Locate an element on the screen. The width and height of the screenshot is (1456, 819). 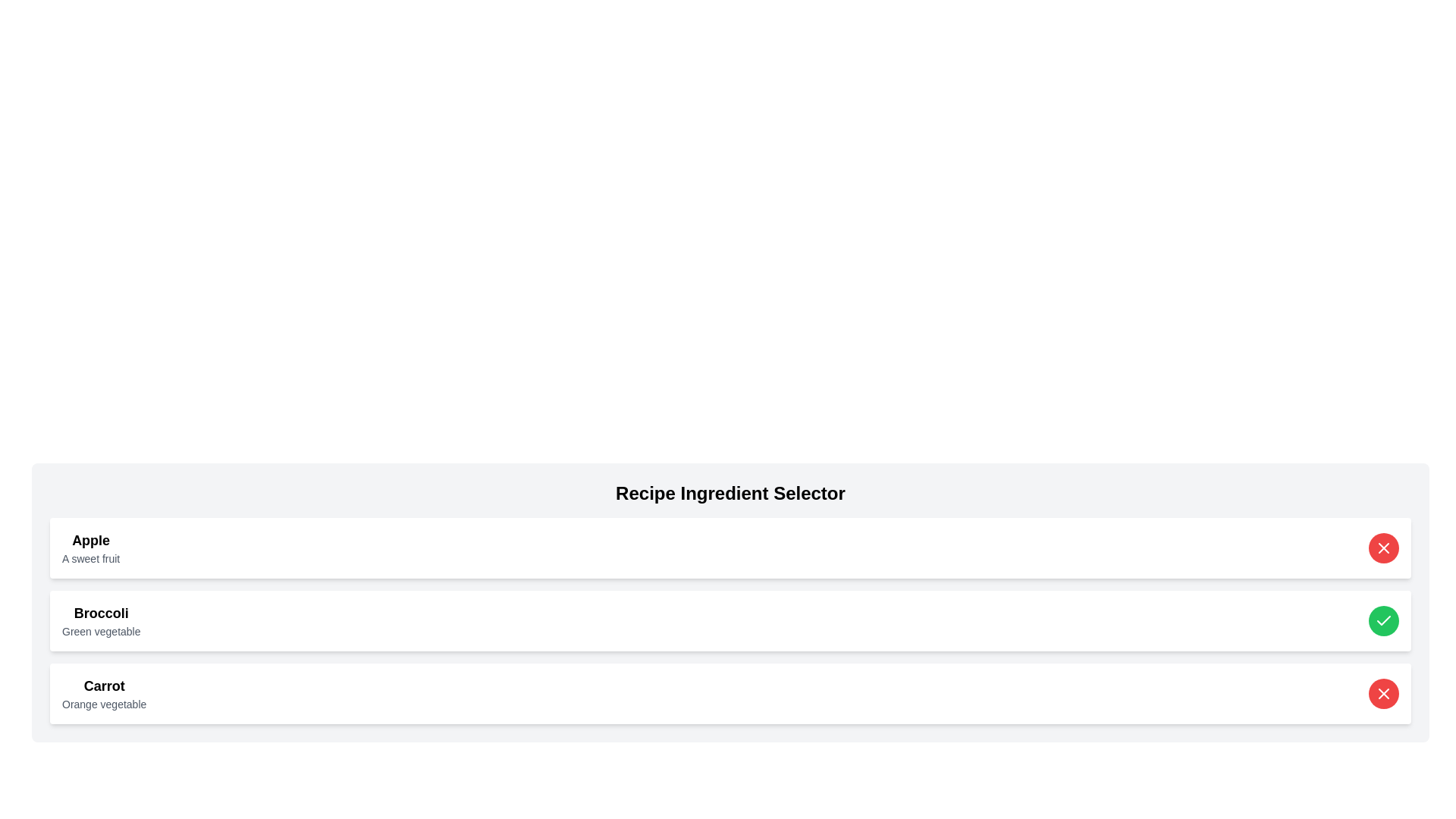
the rounded green button with a white checkmark icon located in the middle row labeled 'Broccoli - Green vegetable' is located at coordinates (1383, 620).